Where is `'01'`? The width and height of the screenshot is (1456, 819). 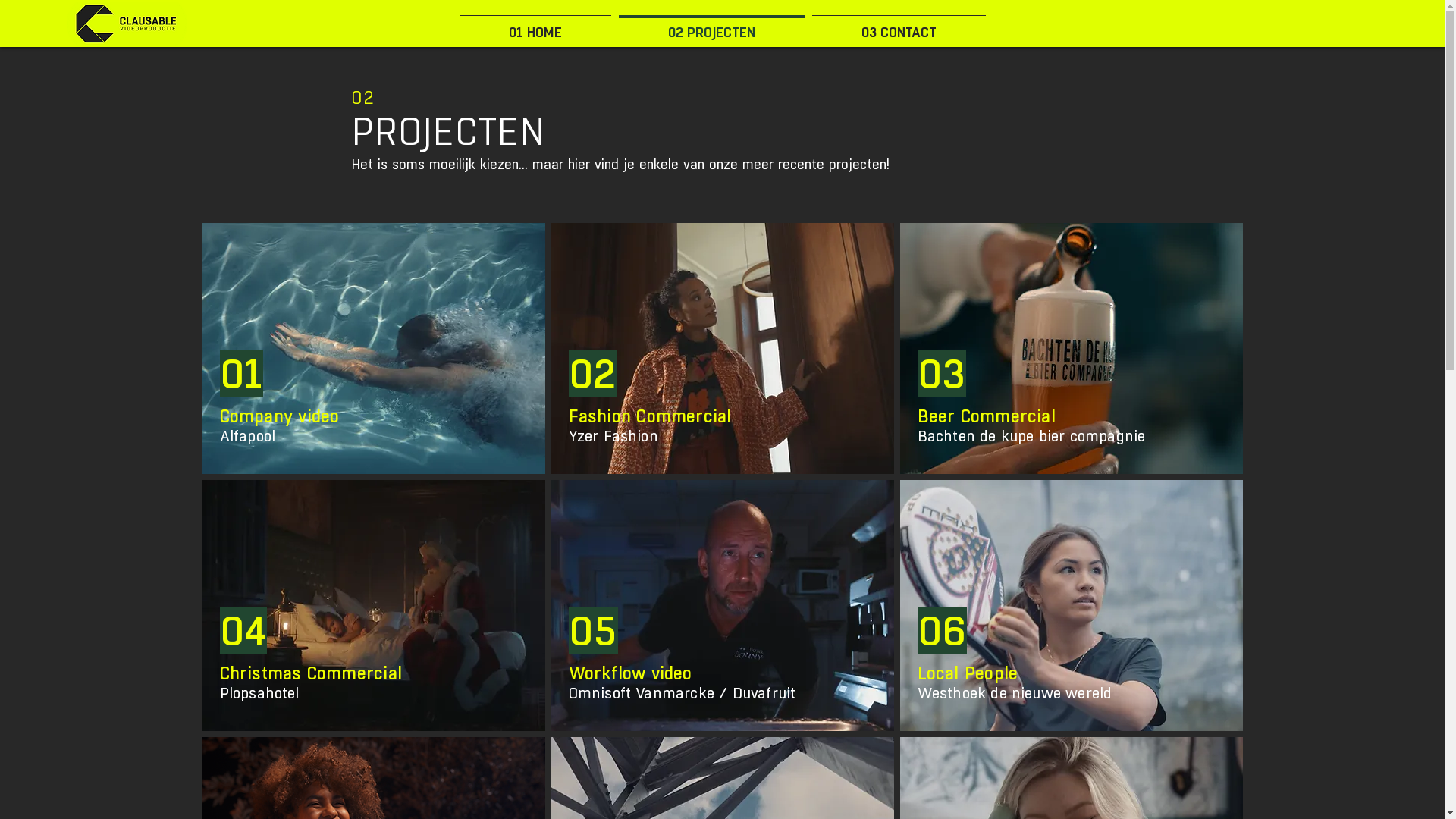
'01' is located at coordinates (240, 374).